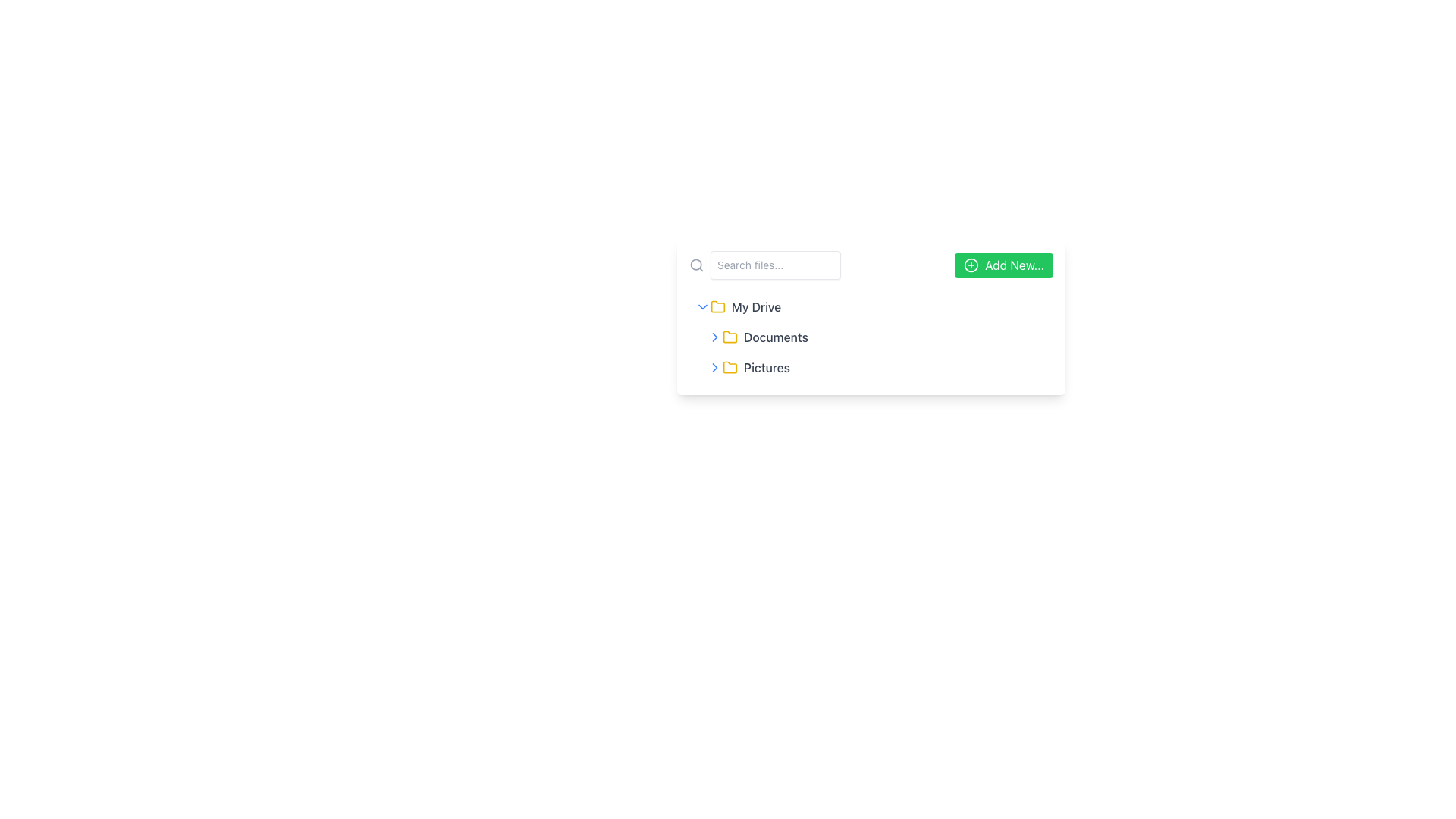 The image size is (1456, 819). I want to click on the icon that toggles the 'My Drive' section in the file navigation menu, located to the left of the 'My Drive' text and adjacent to the yellow folder icon, so click(701, 307).